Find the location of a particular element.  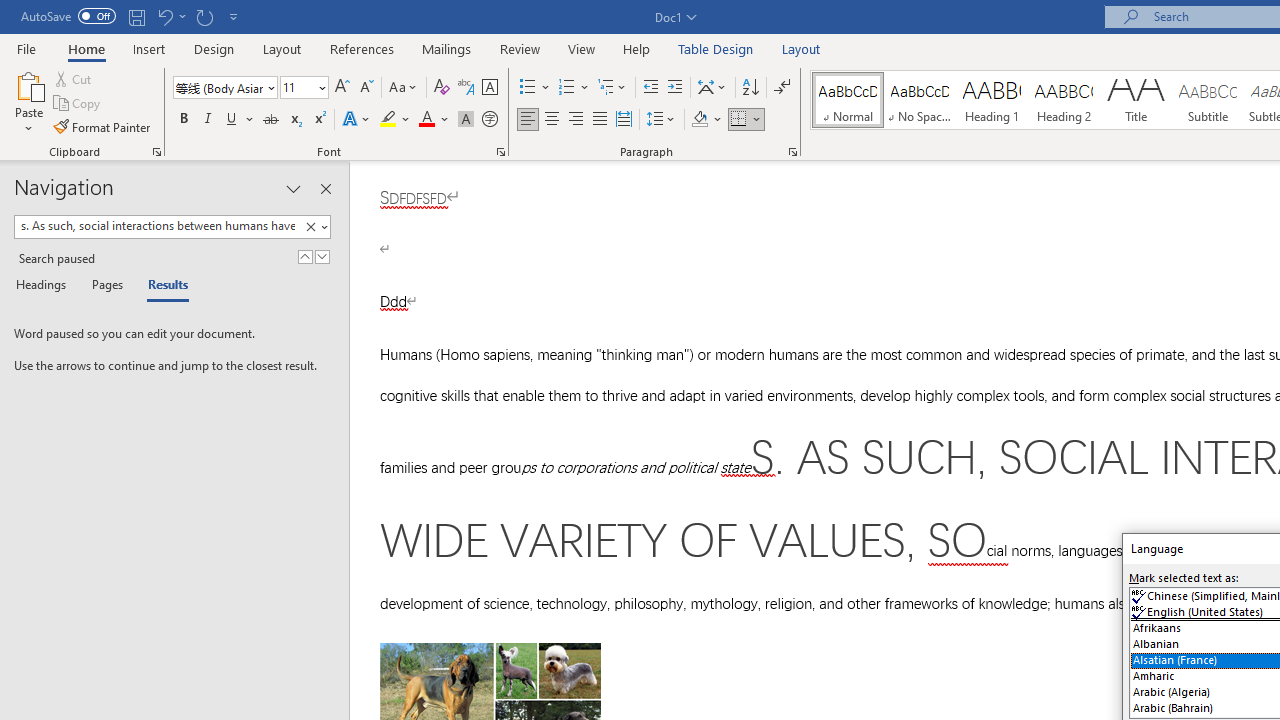

'Subscript' is located at coordinates (294, 119).